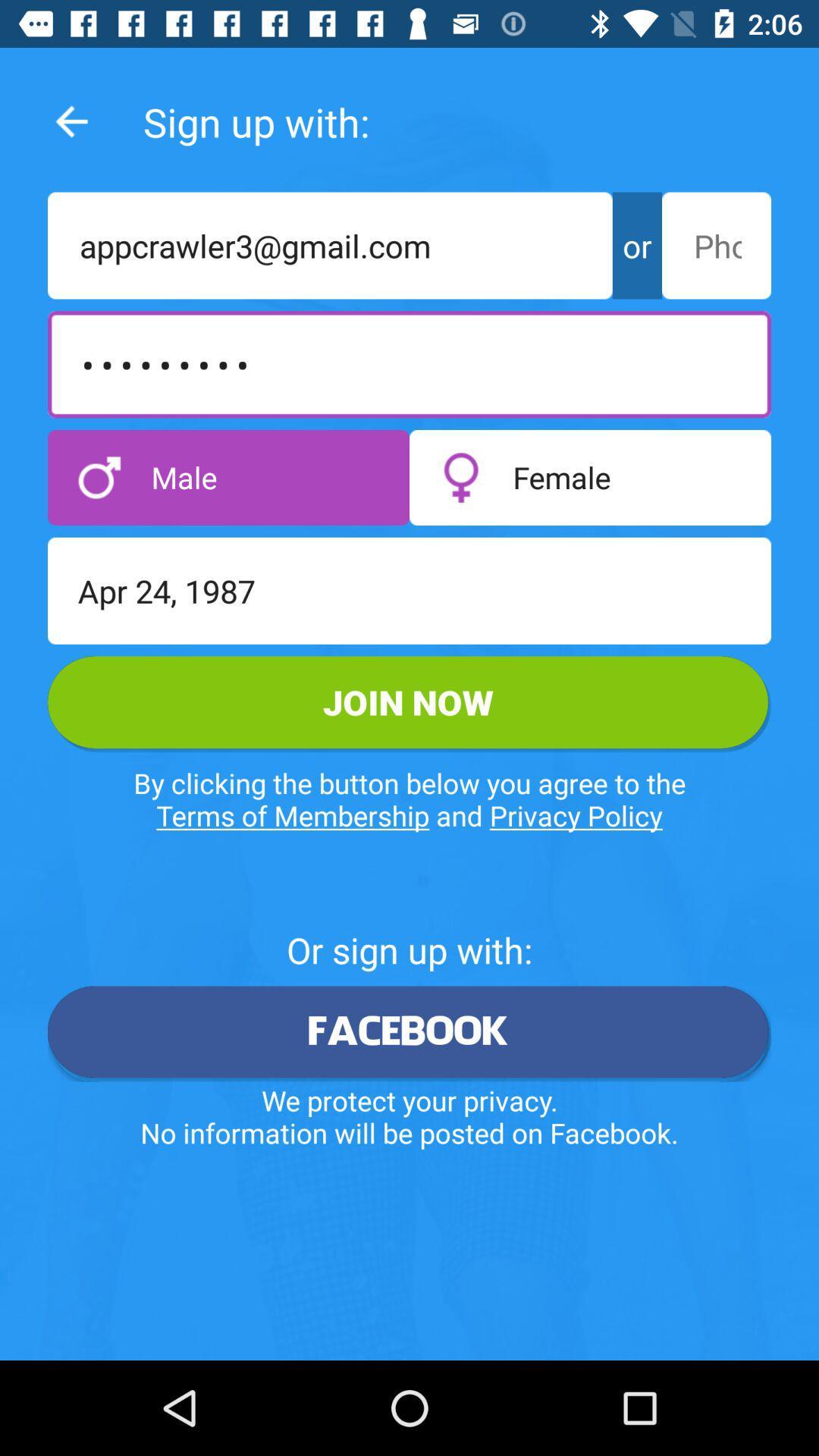  I want to click on the arrow_backward icon, so click(71, 121).